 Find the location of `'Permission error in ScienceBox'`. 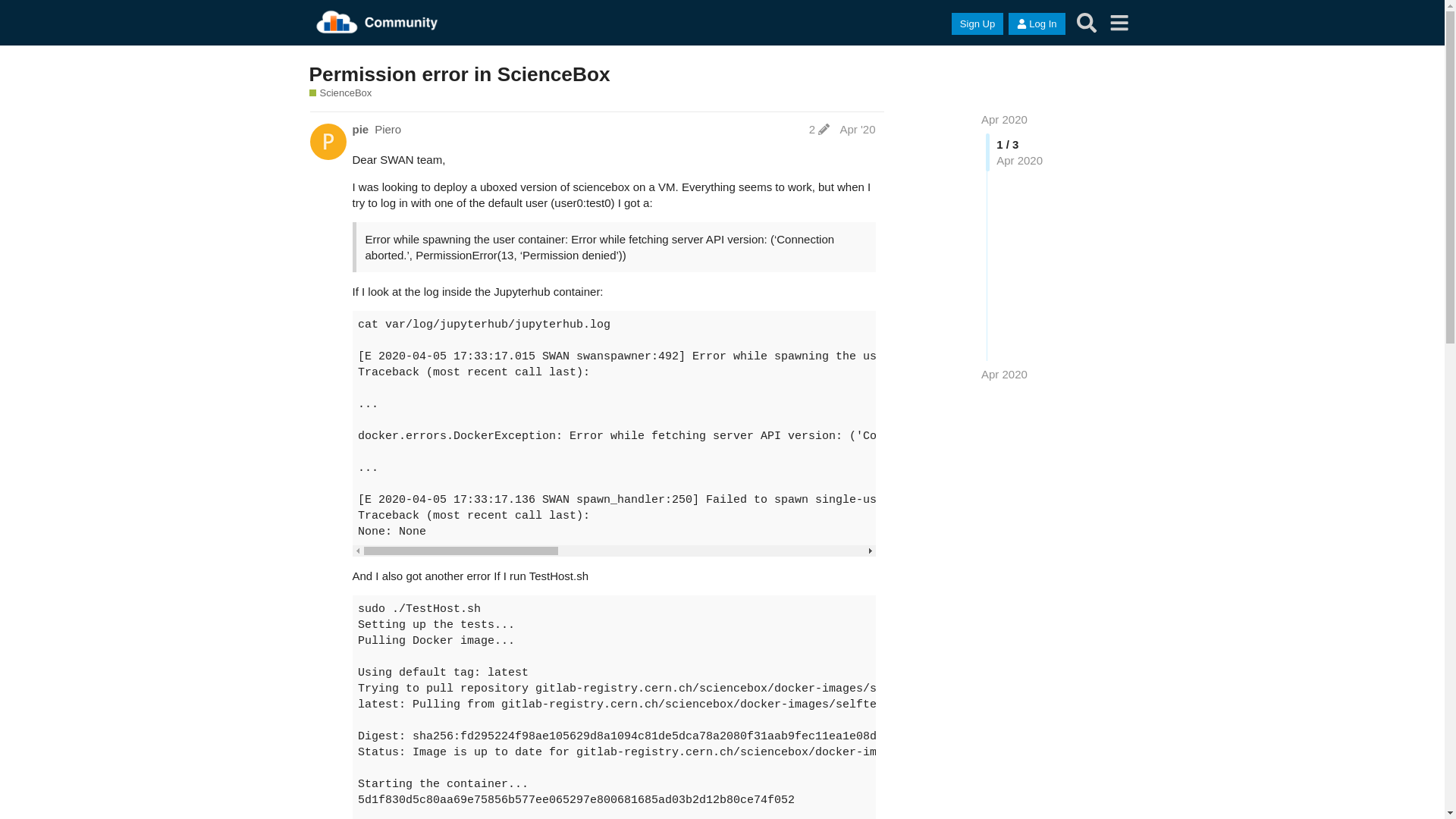

'Permission error in ScienceBox' is located at coordinates (459, 74).